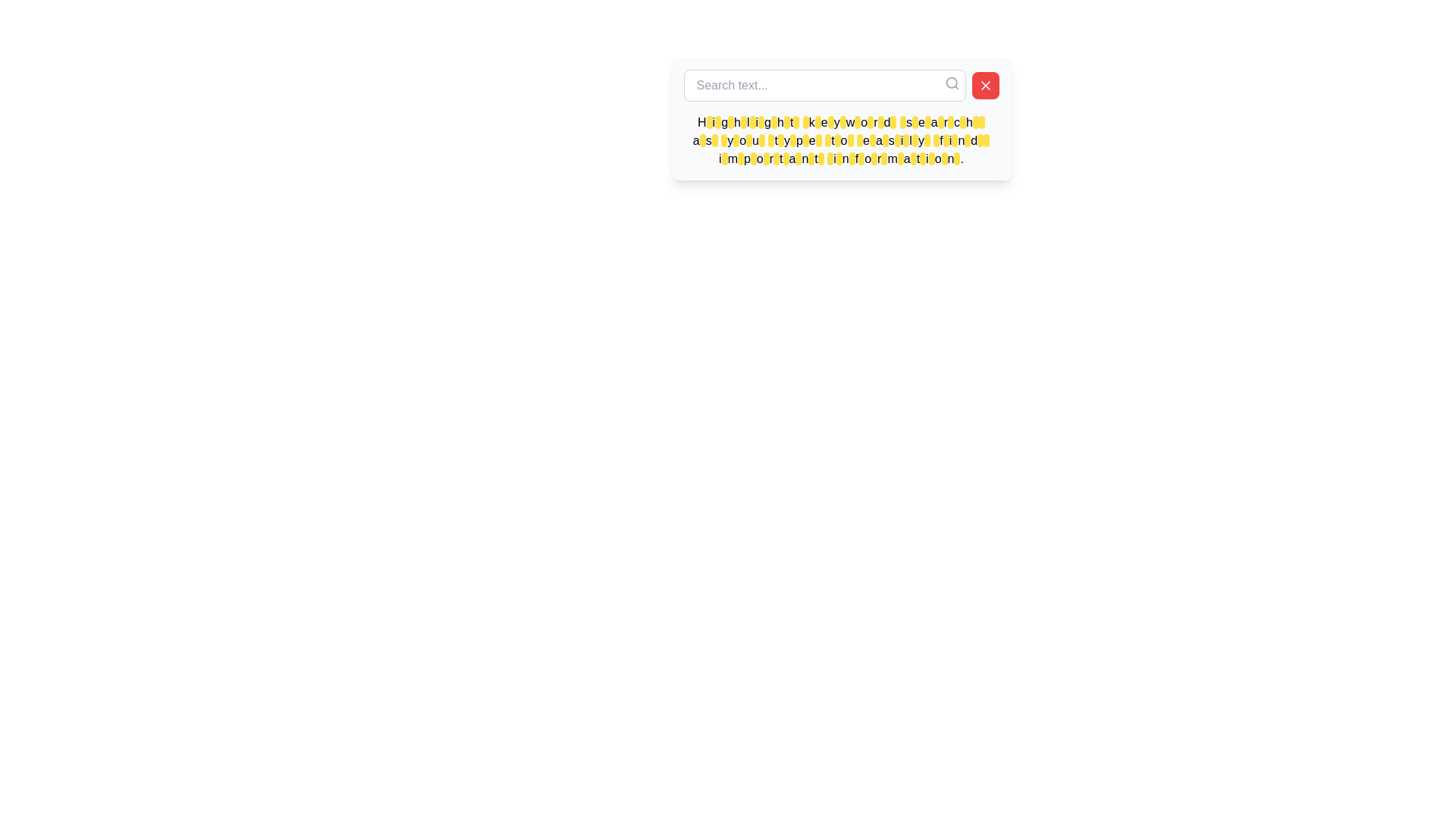 The height and width of the screenshot is (819, 1456). Describe the element at coordinates (840, 118) in the screenshot. I see `the text block containing the message 'Highlight keyword search as you type to easily find important information.' to read the text` at that location.